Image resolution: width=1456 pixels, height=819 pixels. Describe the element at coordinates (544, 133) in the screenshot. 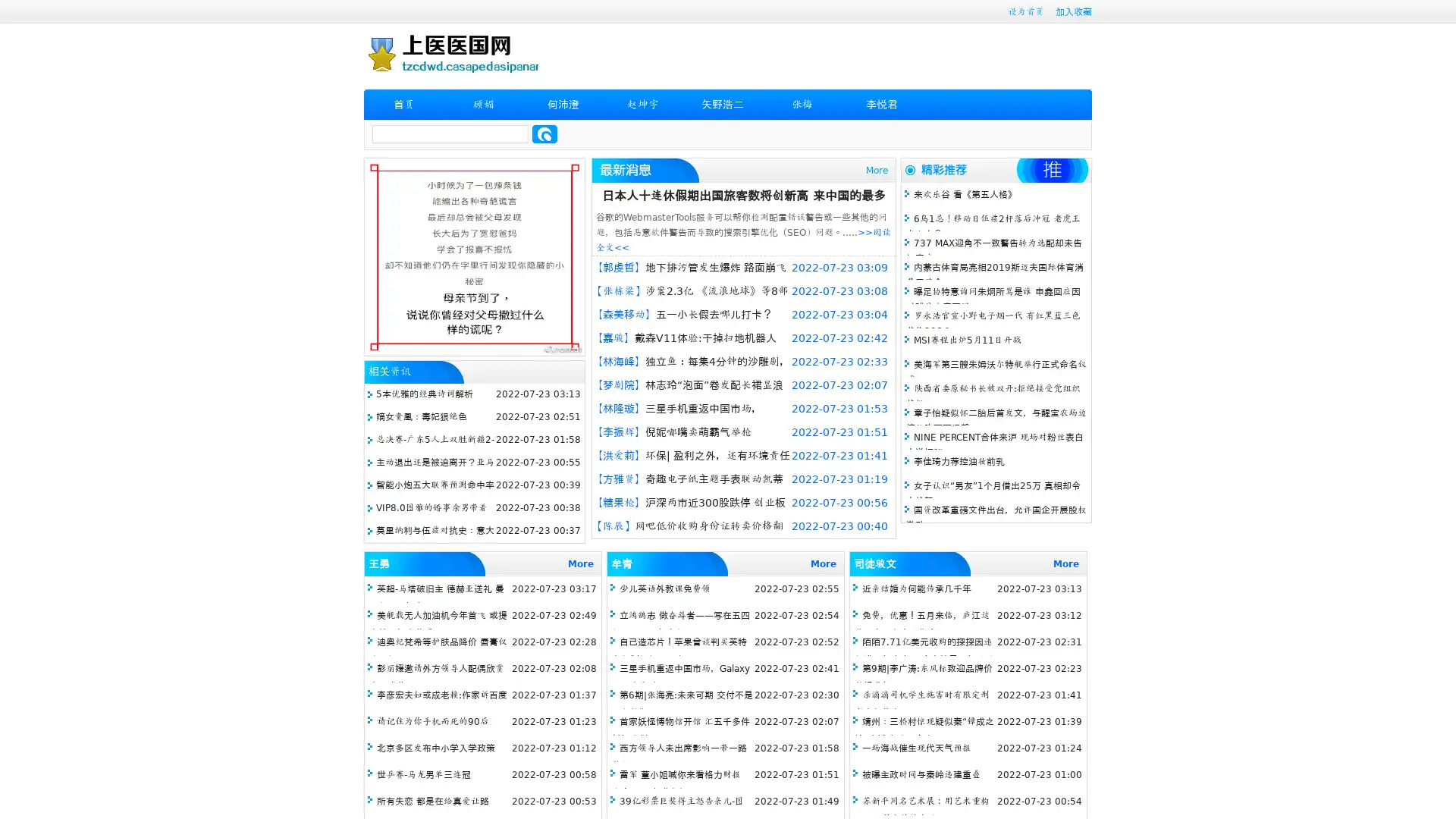

I see `Search` at that location.